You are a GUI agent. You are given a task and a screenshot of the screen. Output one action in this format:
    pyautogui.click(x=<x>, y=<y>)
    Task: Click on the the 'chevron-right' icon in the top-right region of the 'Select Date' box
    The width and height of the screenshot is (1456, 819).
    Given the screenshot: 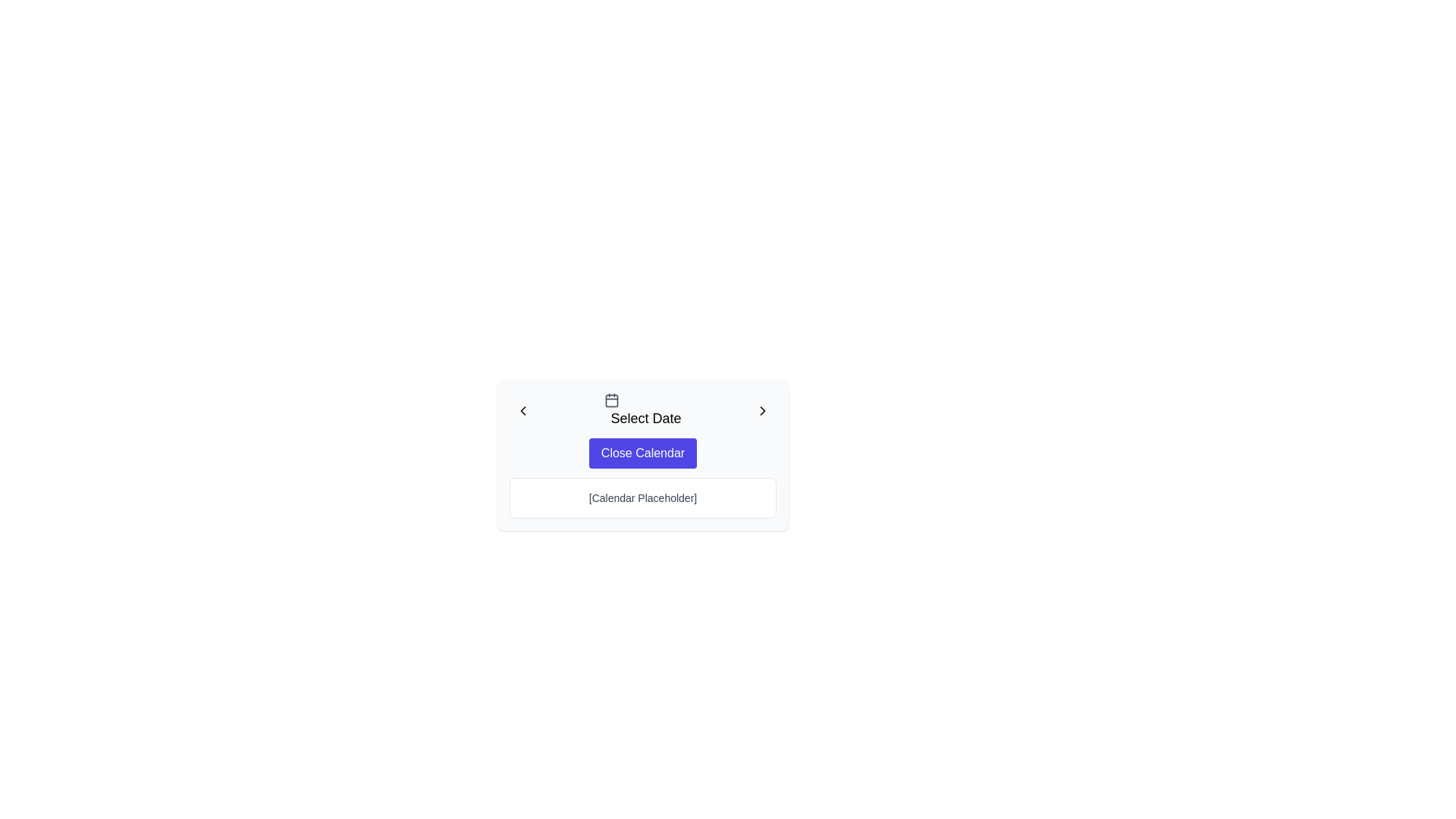 What is the action you would take?
    pyautogui.click(x=763, y=411)
    